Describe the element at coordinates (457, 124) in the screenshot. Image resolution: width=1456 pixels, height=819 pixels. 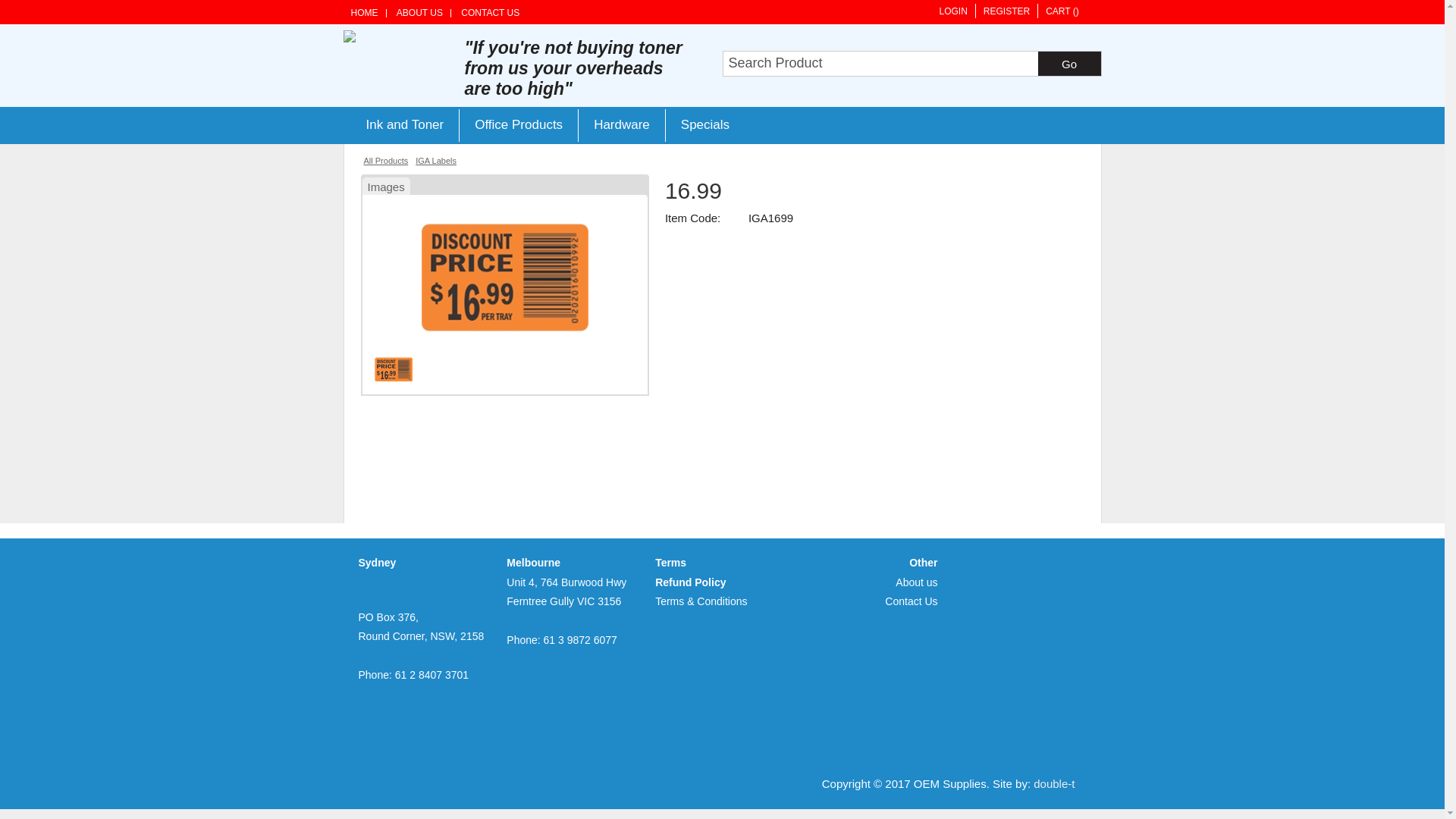
I see `'Office Products'` at that location.